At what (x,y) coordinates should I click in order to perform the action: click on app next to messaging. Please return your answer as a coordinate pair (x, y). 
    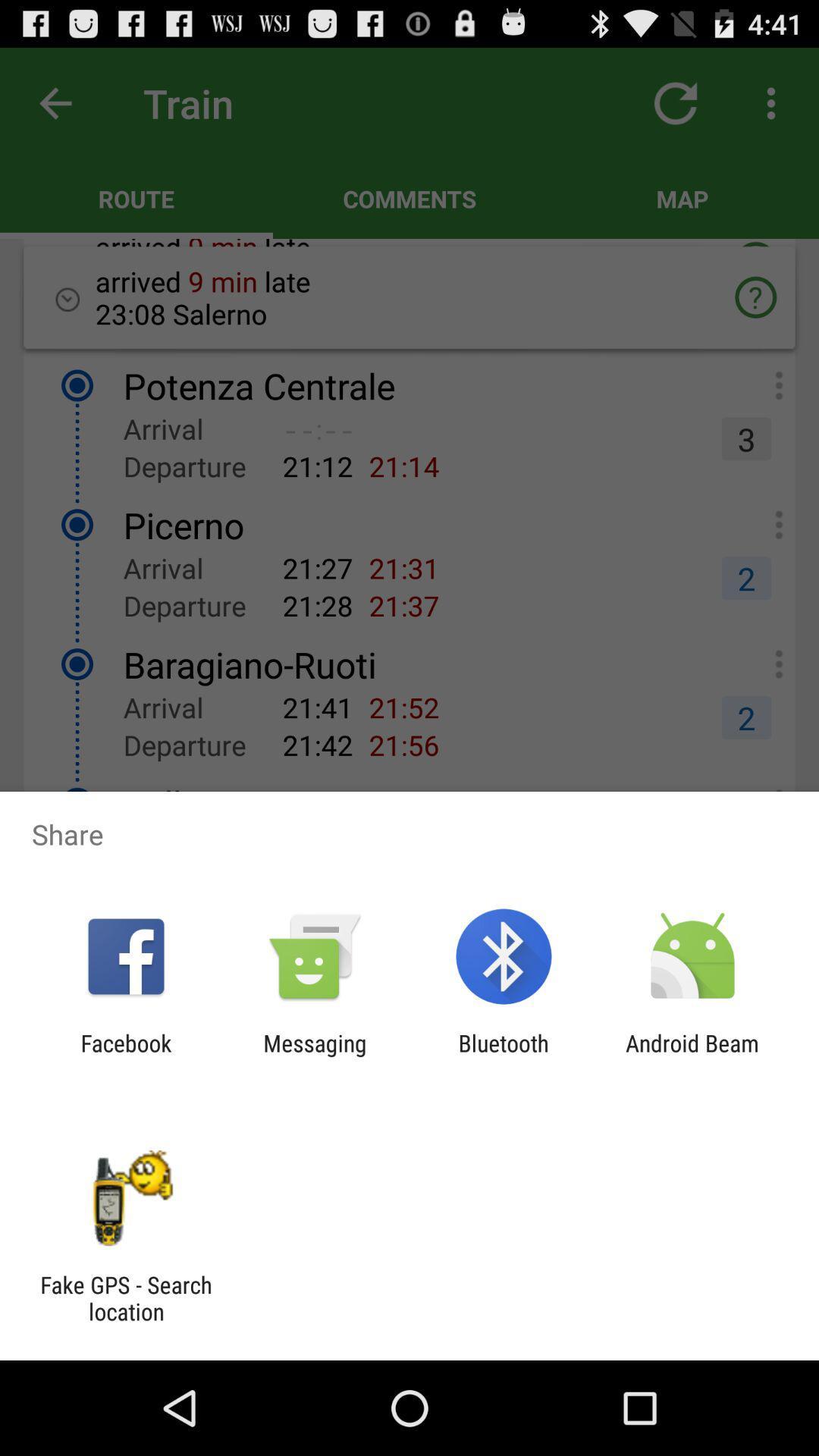
    Looking at the image, I should click on (125, 1056).